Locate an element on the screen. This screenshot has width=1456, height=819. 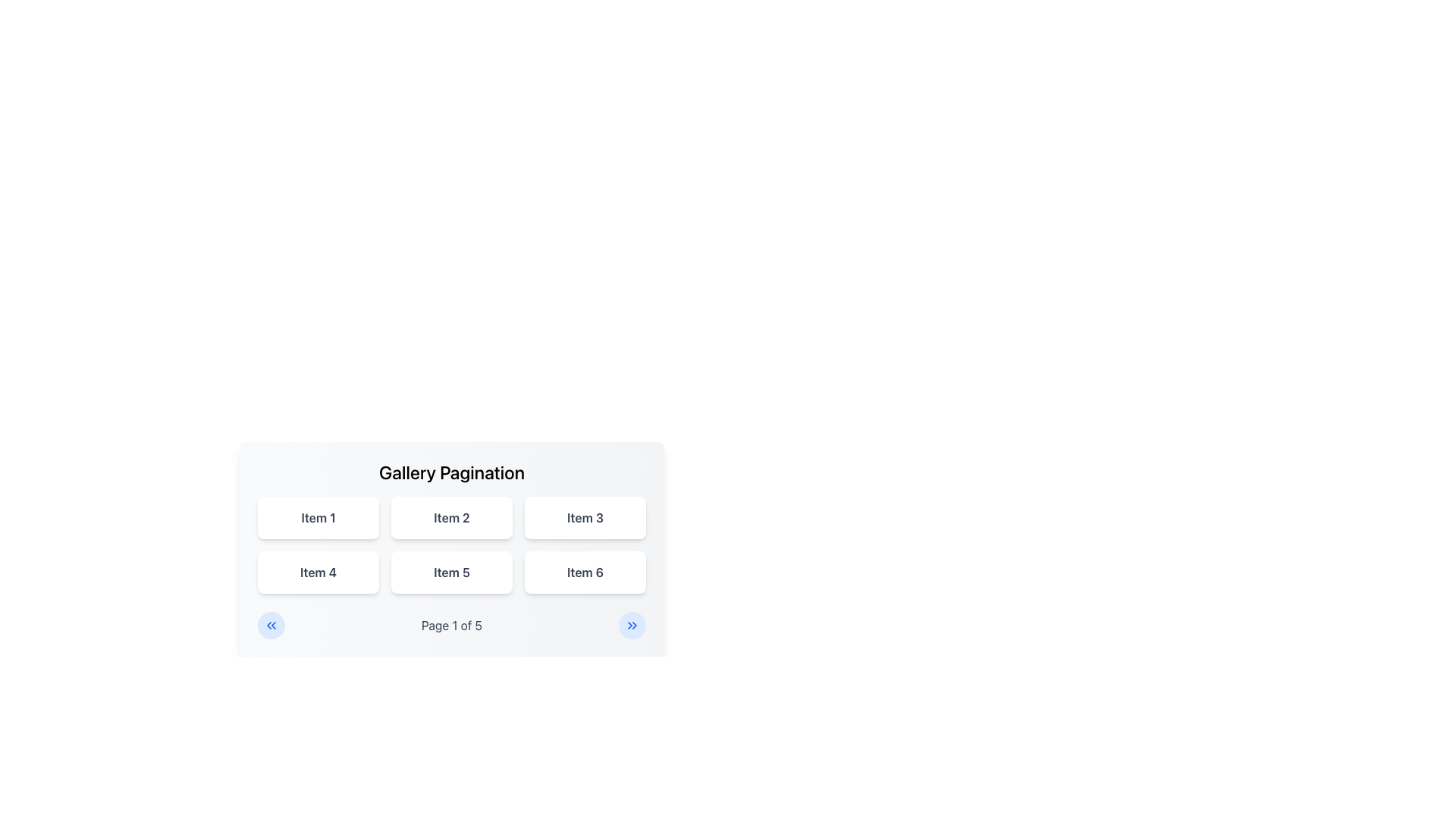
the Text Label displaying 'Item 1' in bold gray font, located in the top-left corner of the grid layout is located at coordinates (317, 516).